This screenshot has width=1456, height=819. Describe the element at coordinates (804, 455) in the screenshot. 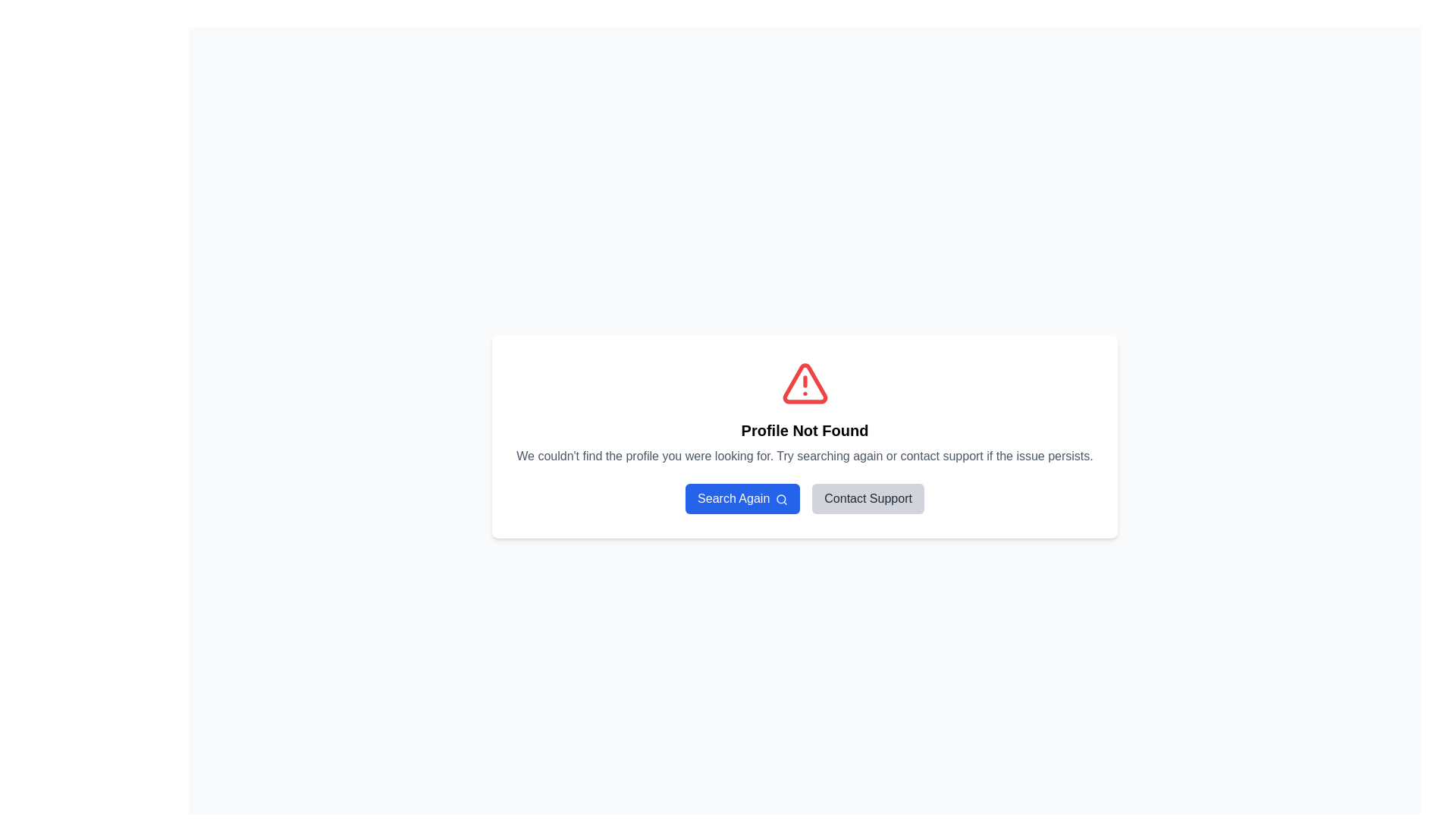

I see `message that is styled with a centered, gray-colored font located under the bold title 'Profile Not Found' and above the buttons labeled 'Search Again' and 'Contact Support.'` at that location.